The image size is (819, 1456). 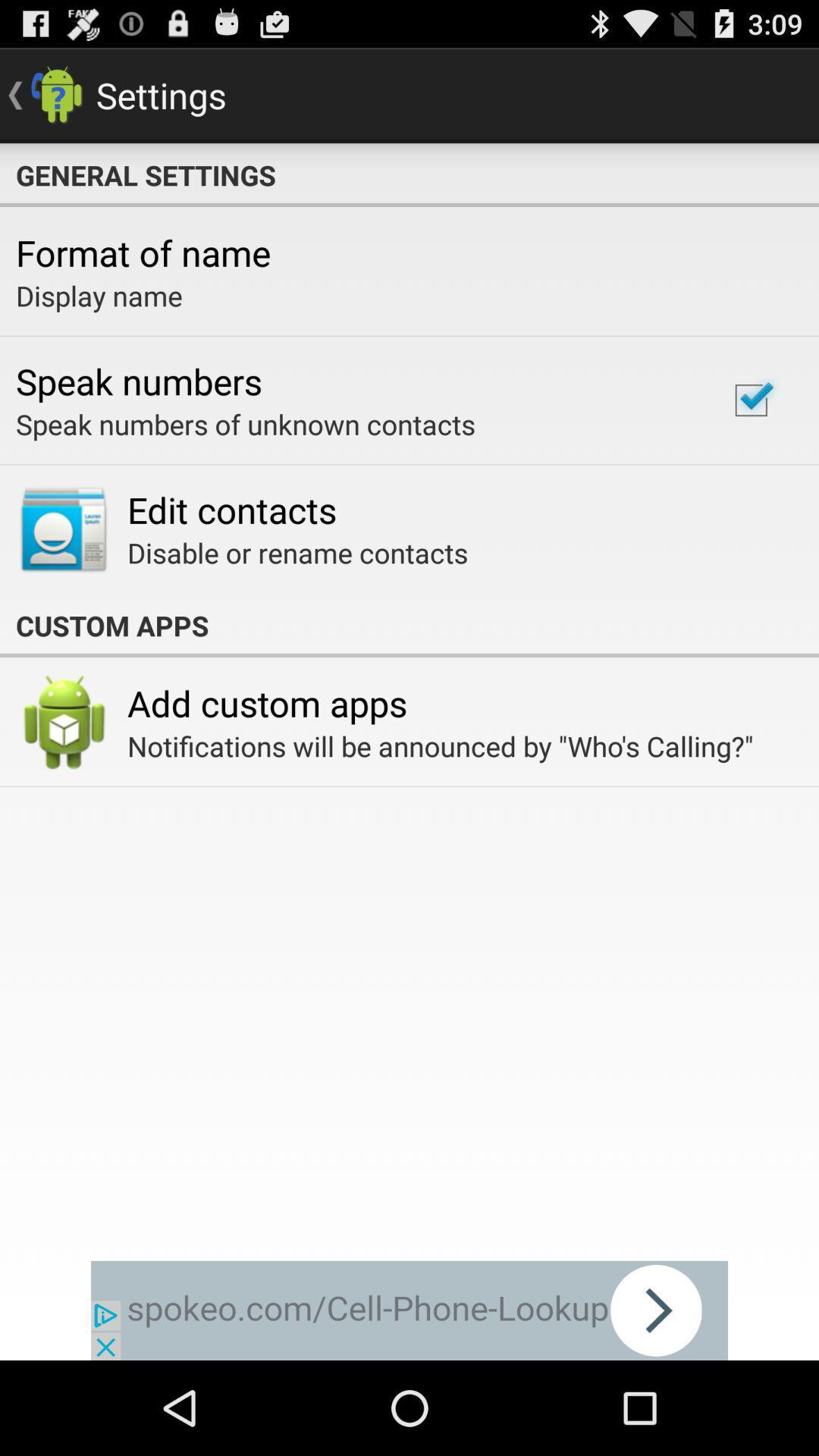 I want to click on advertisement, so click(x=409, y=1310).